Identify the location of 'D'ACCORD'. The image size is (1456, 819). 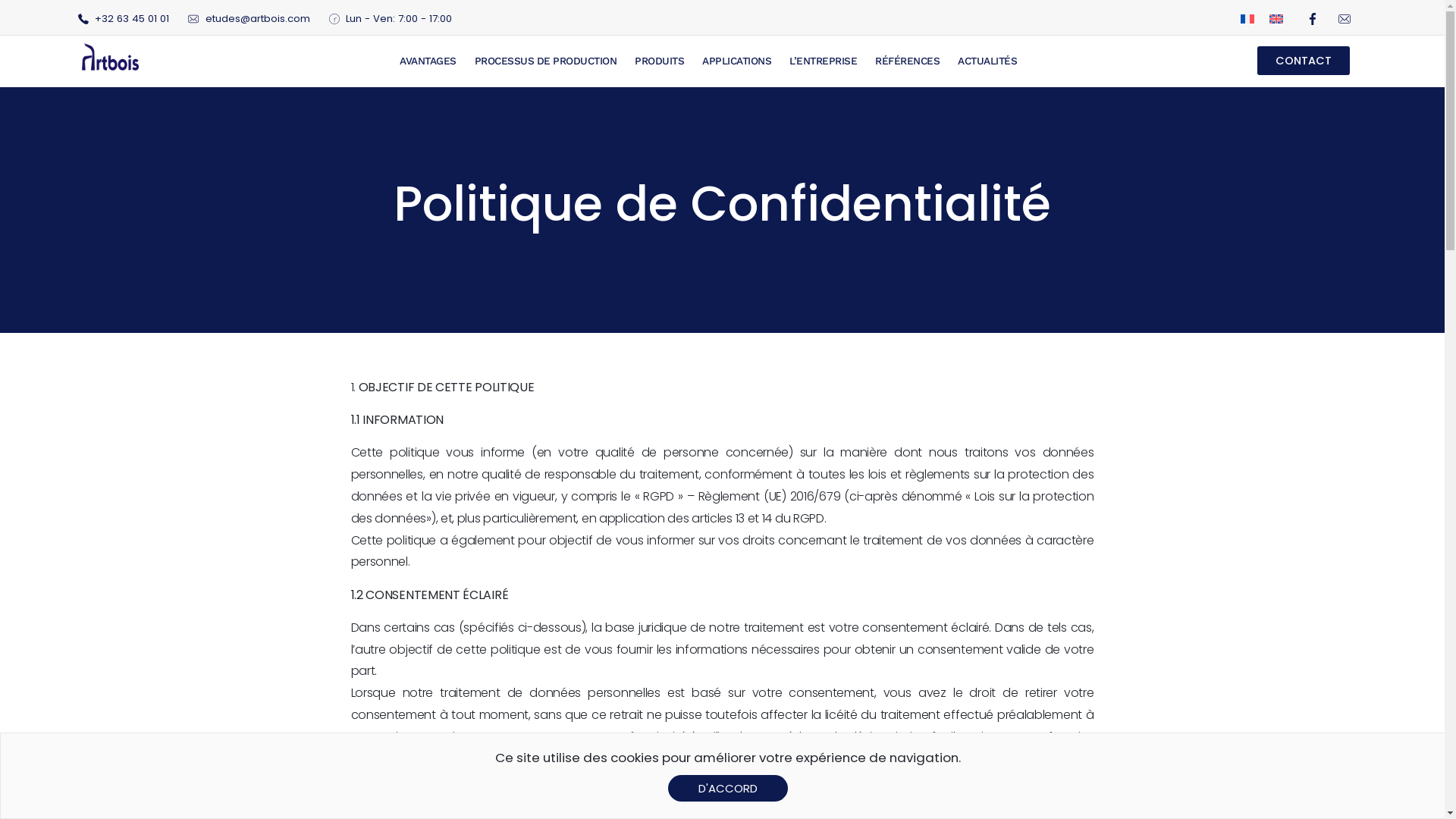
(728, 787).